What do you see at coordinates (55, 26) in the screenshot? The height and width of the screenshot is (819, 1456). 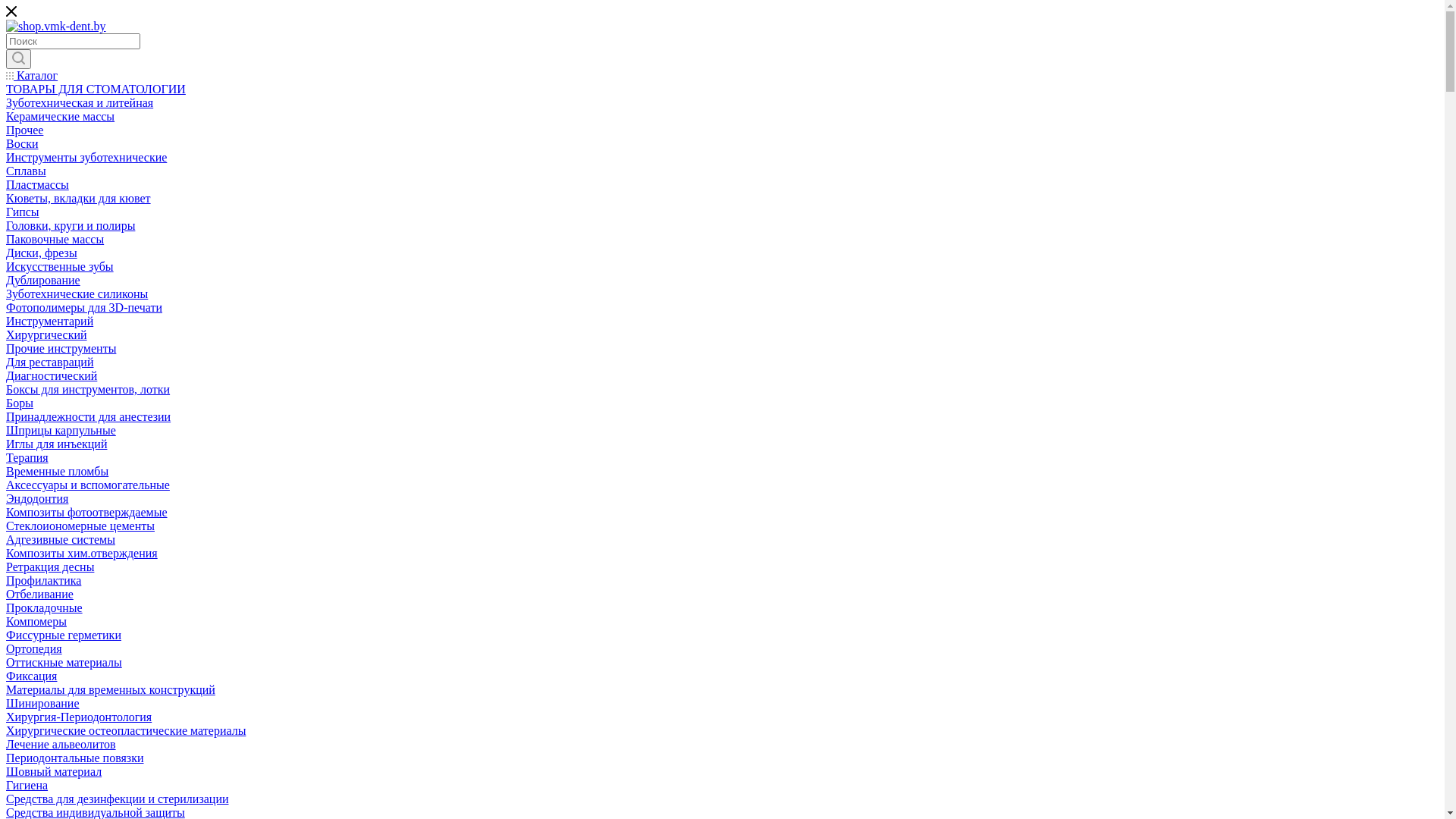 I see `'shop.vmk-dent.by'` at bounding box center [55, 26].